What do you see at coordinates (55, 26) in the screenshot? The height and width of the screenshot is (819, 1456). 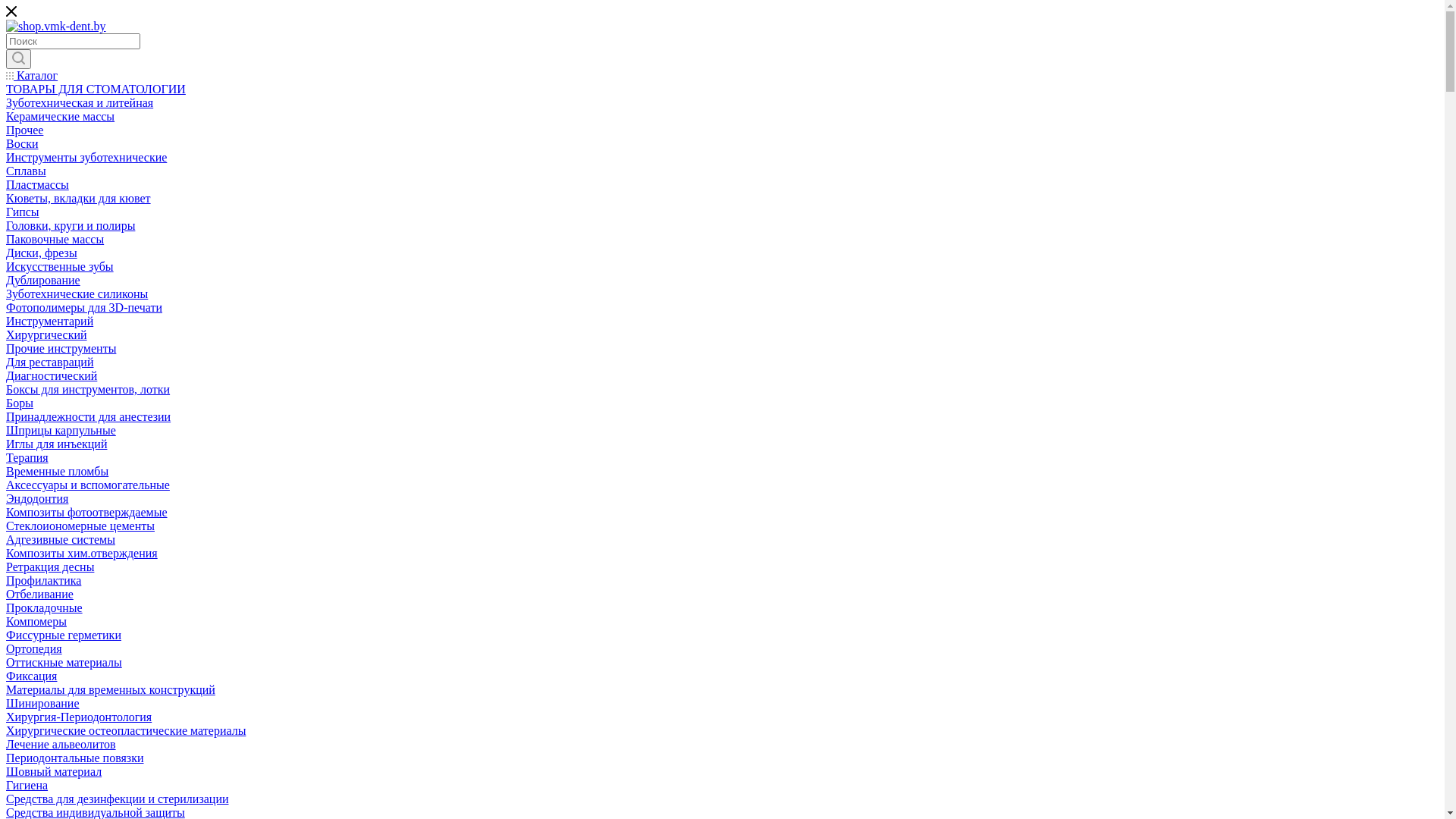 I see `'shop.vmk-dent.by'` at bounding box center [55, 26].